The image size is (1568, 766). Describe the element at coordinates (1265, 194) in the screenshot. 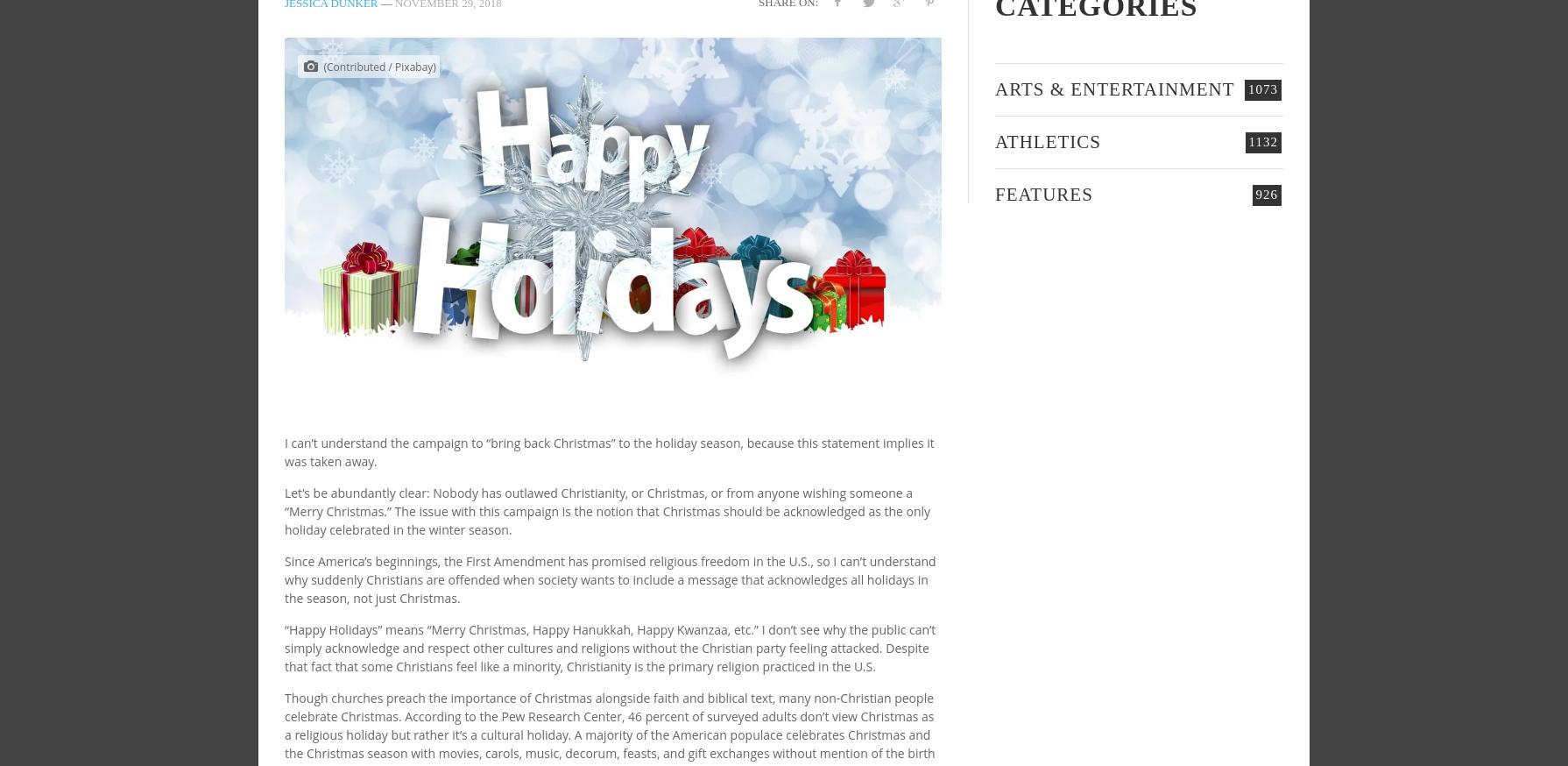

I see `'926'` at that location.